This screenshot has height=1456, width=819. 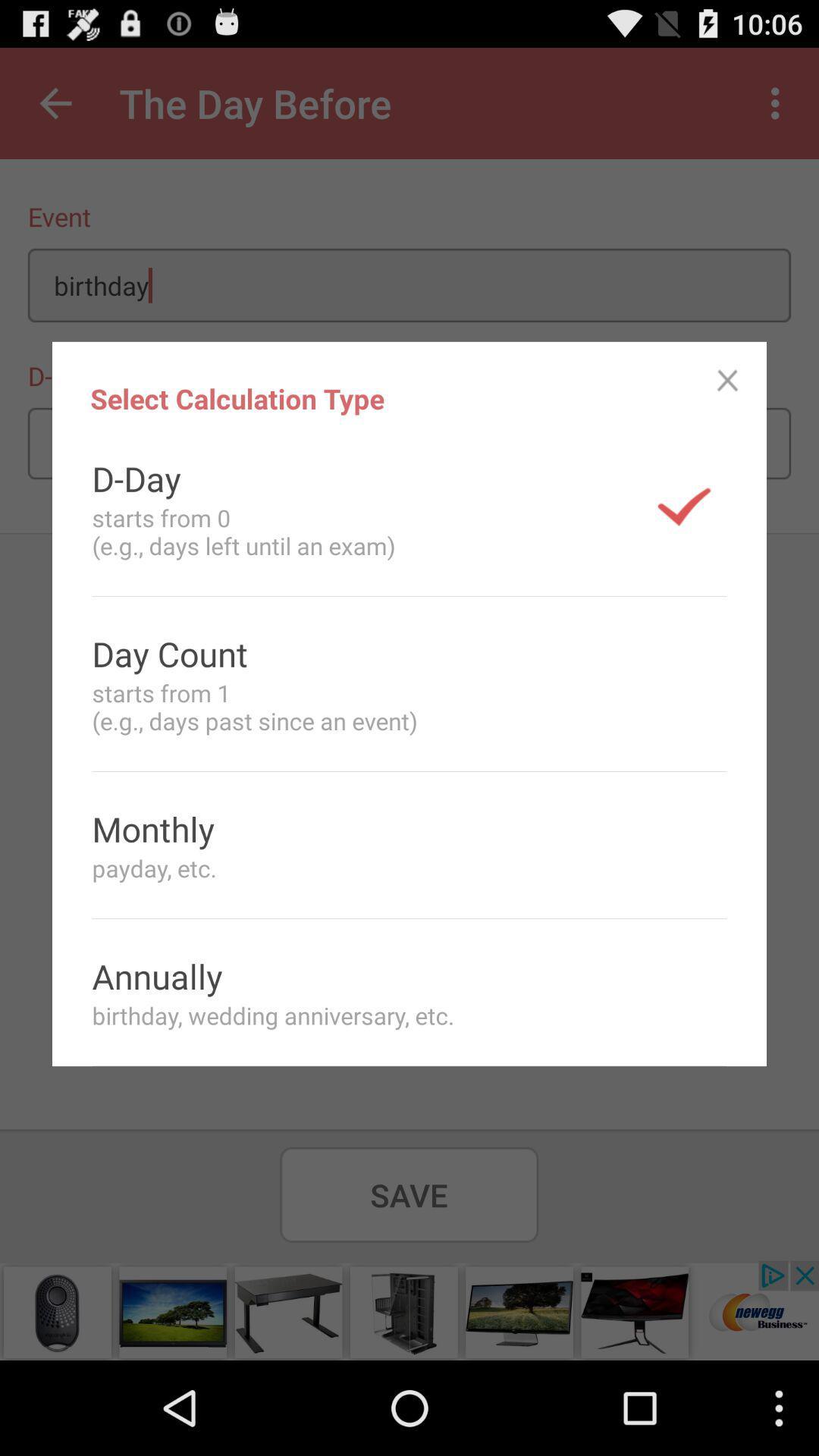 I want to click on item next to the select calculation type, so click(x=726, y=381).